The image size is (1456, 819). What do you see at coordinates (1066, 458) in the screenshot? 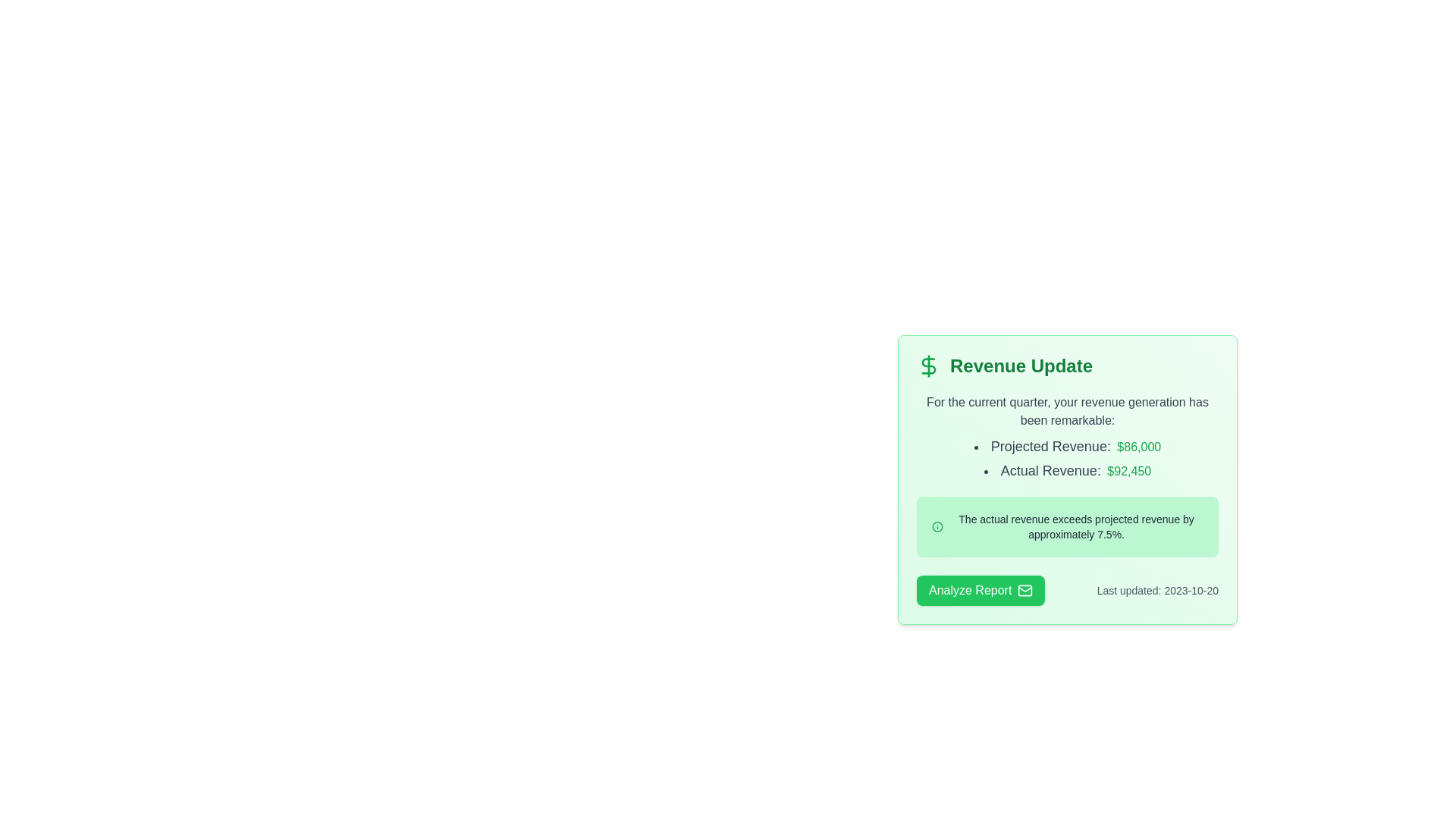
I see `information displayed in the 'Revenue Update' section, specifically focusing on the 'Projected Revenue' and 'Actual Revenue' metrics` at bounding box center [1066, 458].